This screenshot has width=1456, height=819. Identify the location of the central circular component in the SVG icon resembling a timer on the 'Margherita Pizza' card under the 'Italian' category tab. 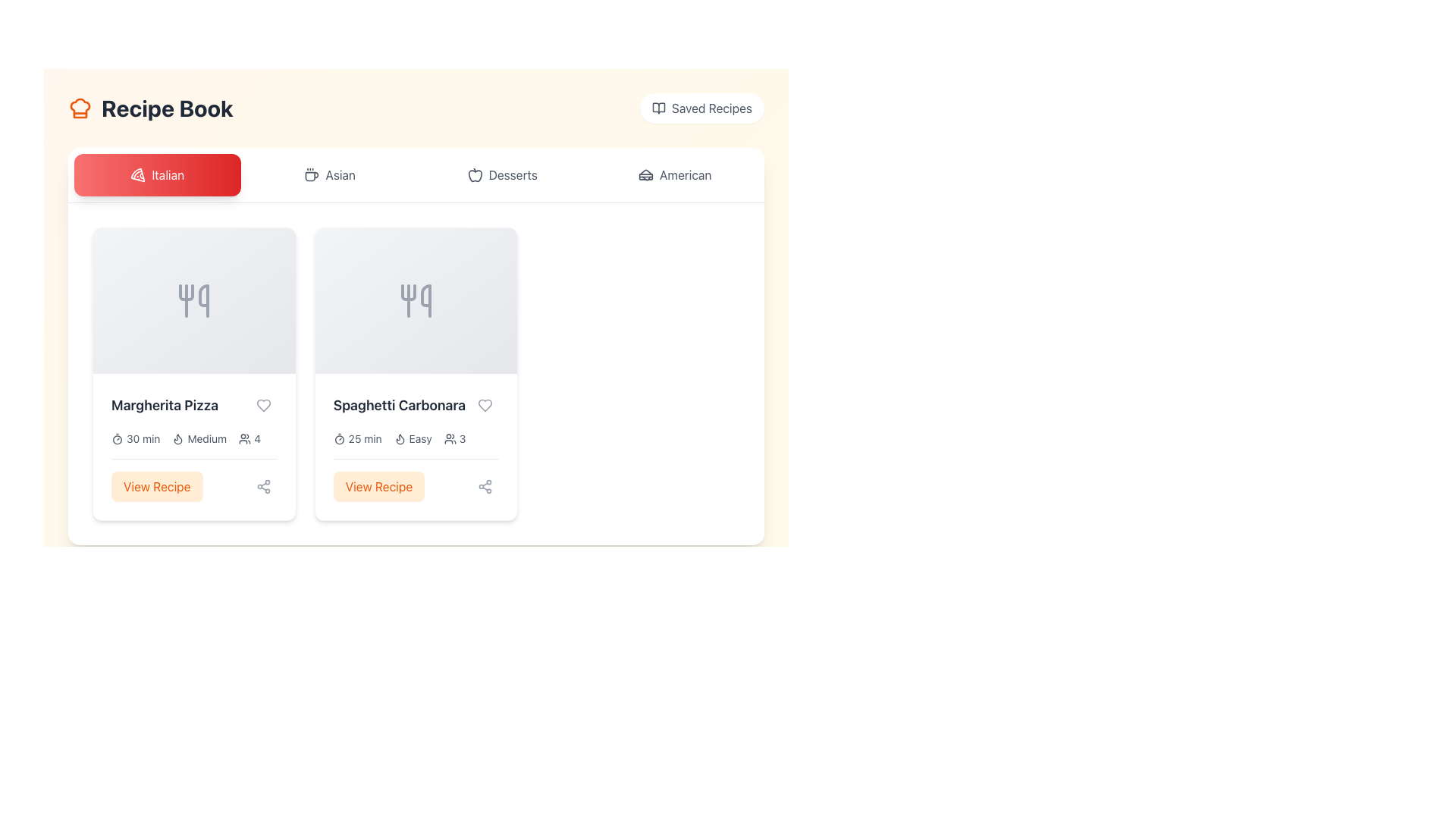
(116, 439).